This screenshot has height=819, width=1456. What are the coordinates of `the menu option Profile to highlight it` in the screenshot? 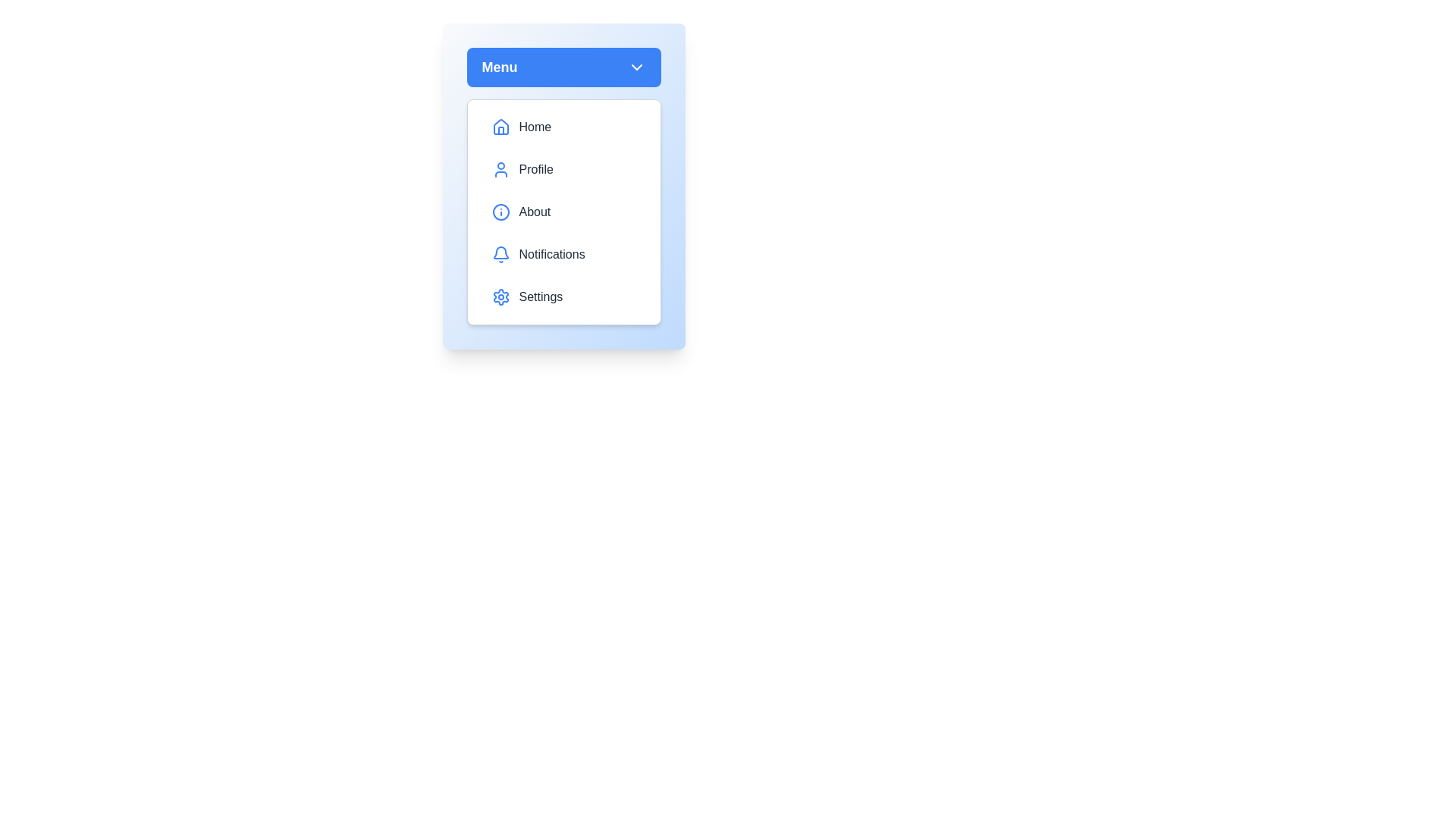 It's located at (563, 169).